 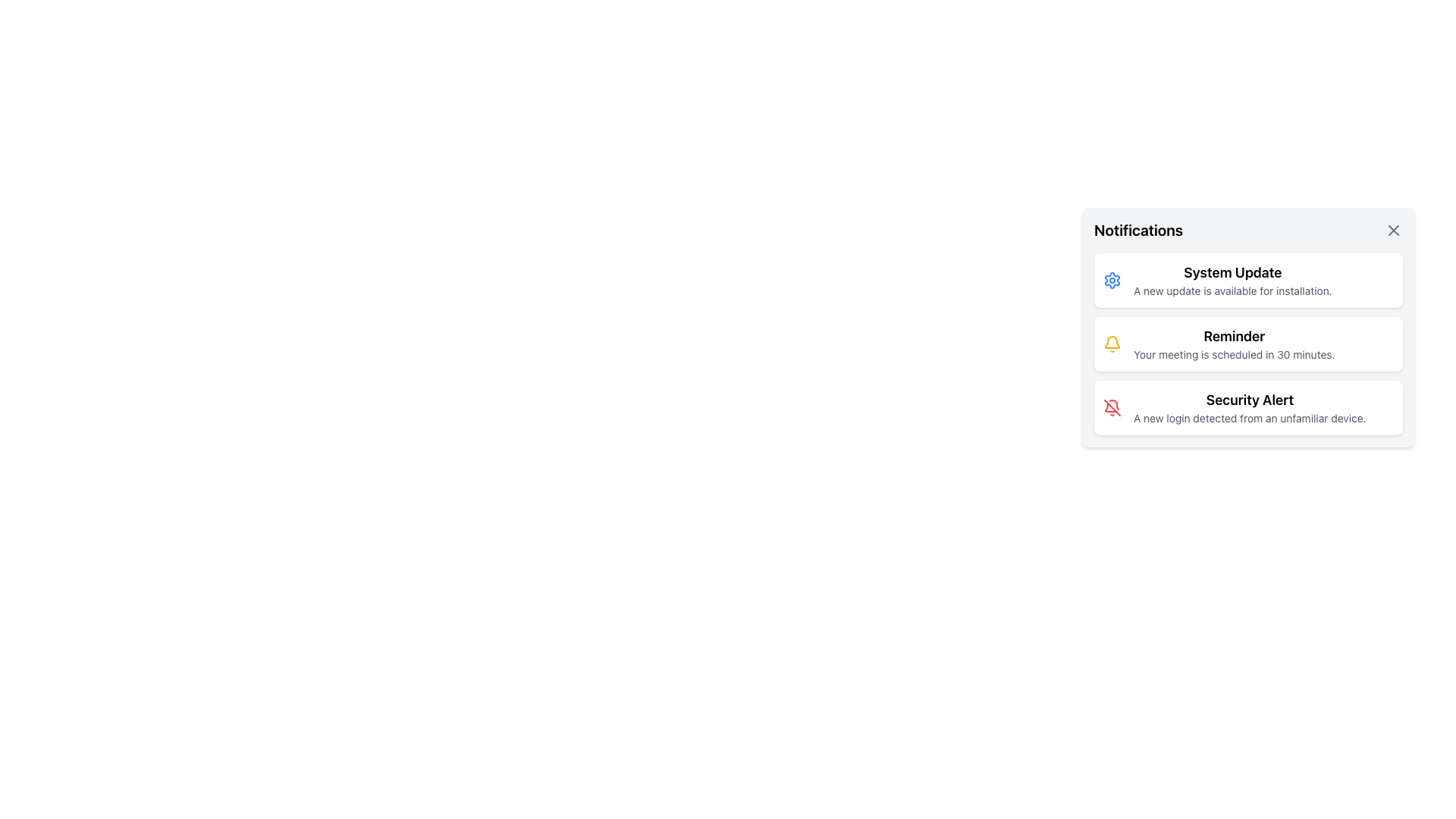 What do you see at coordinates (1248, 281) in the screenshot?
I see `the content of the 'System Update' notification item, which features a gear icon and is the first item in the notification list` at bounding box center [1248, 281].